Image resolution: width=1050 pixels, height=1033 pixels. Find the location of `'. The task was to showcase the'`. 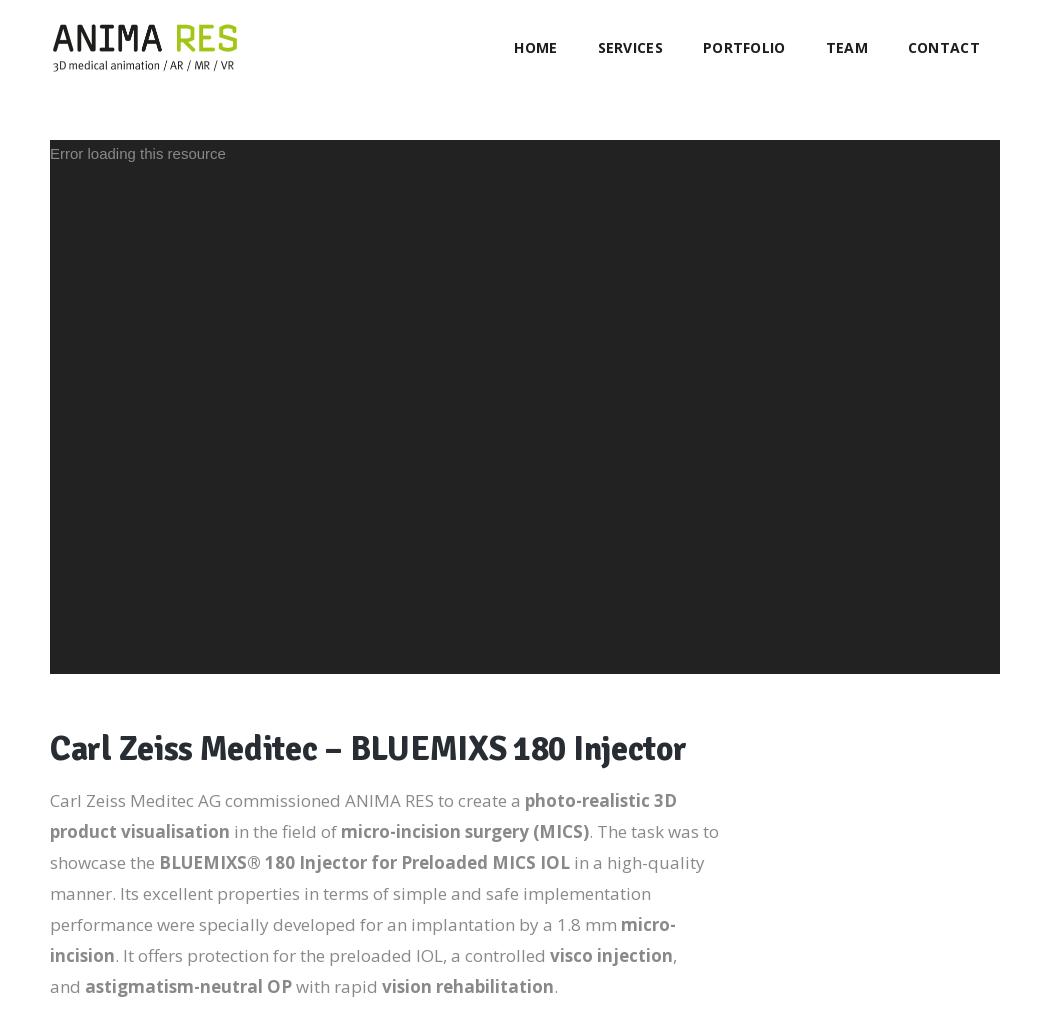

'. The task was to showcase the' is located at coordinates (48, 846).